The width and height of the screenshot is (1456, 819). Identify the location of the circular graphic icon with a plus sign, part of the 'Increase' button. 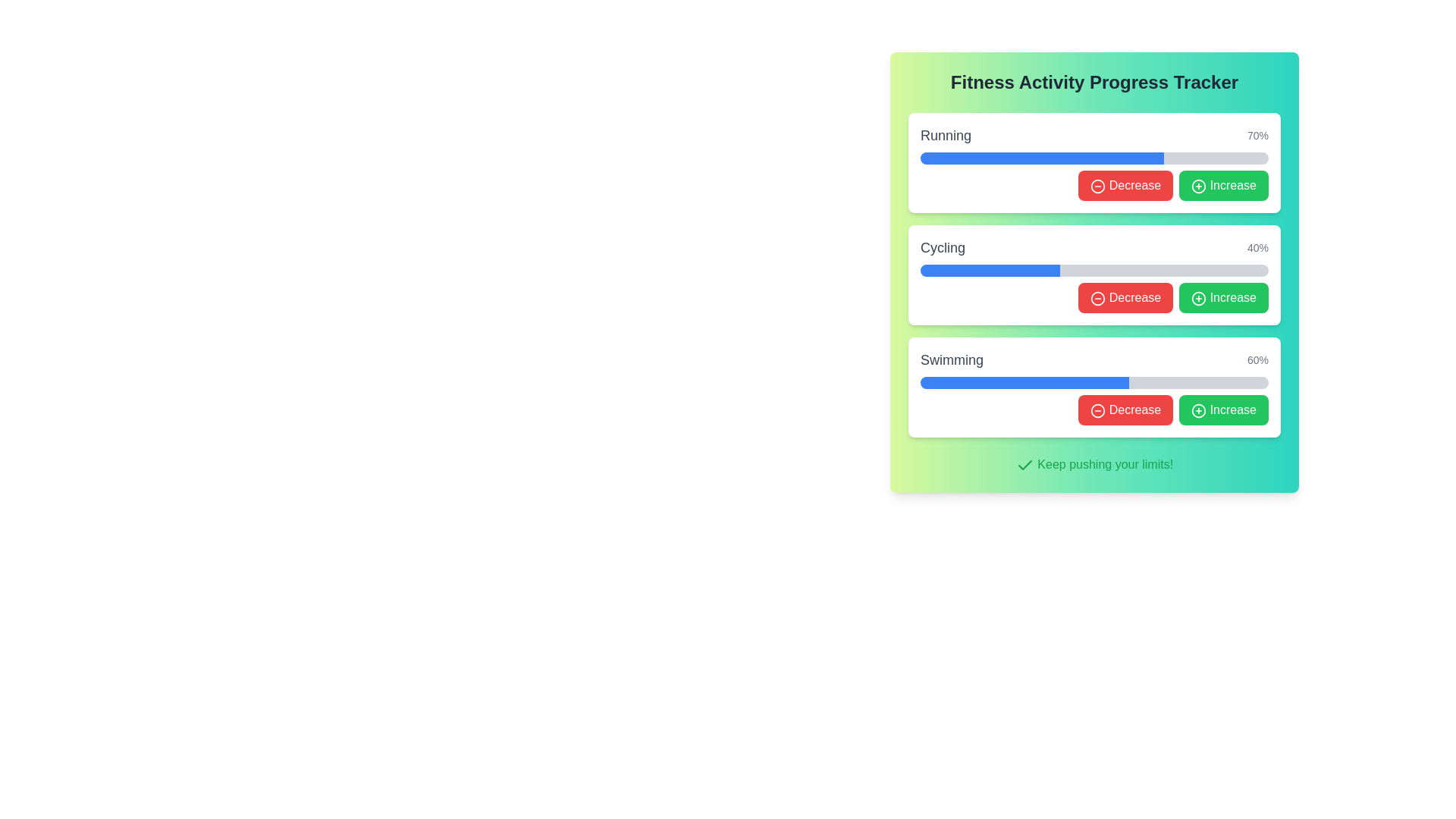
(1198, 185).